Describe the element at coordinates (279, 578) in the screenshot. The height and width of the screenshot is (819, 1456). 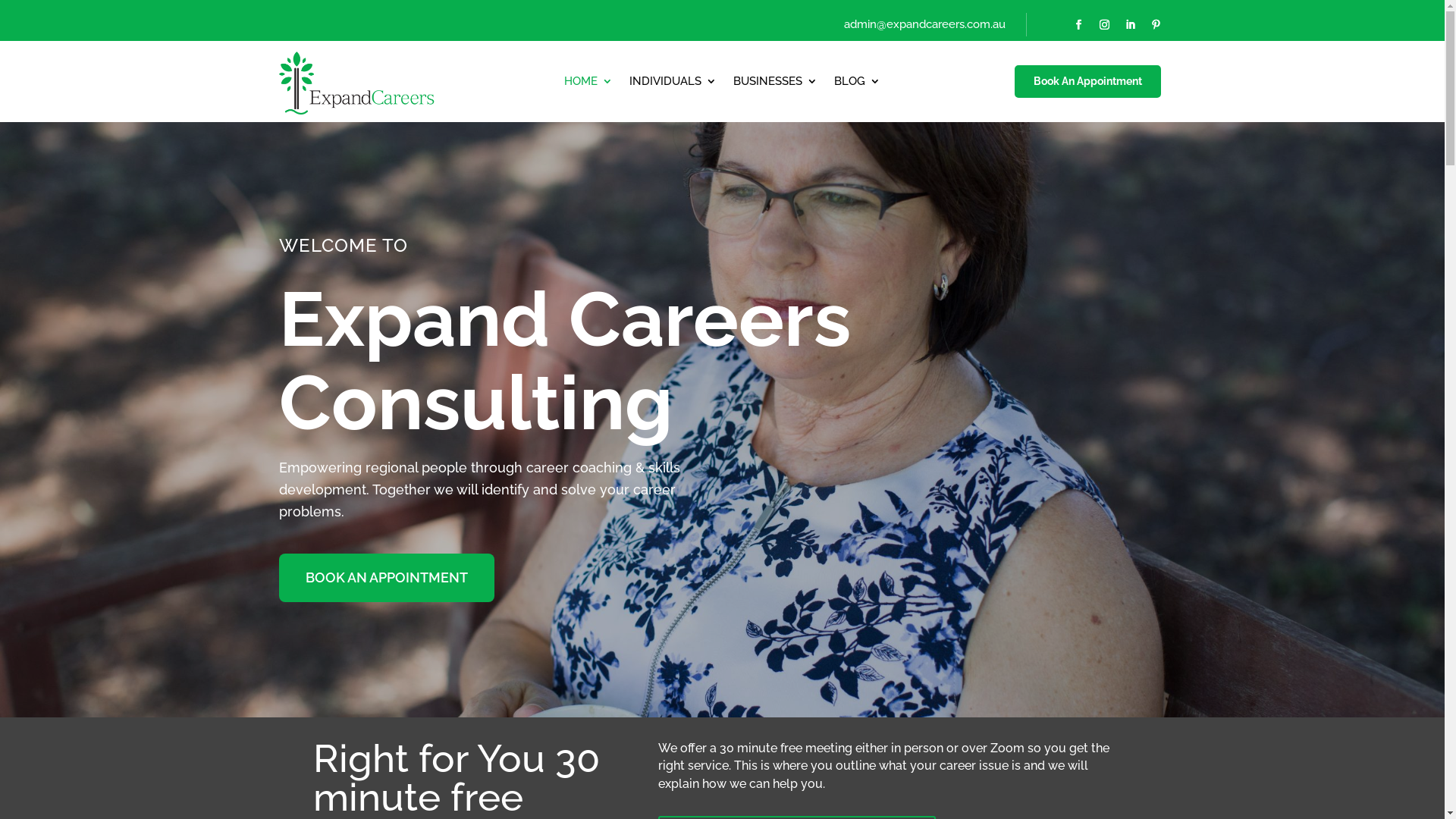
I see `'BOOK AN APPOINTMENT'` at that location.